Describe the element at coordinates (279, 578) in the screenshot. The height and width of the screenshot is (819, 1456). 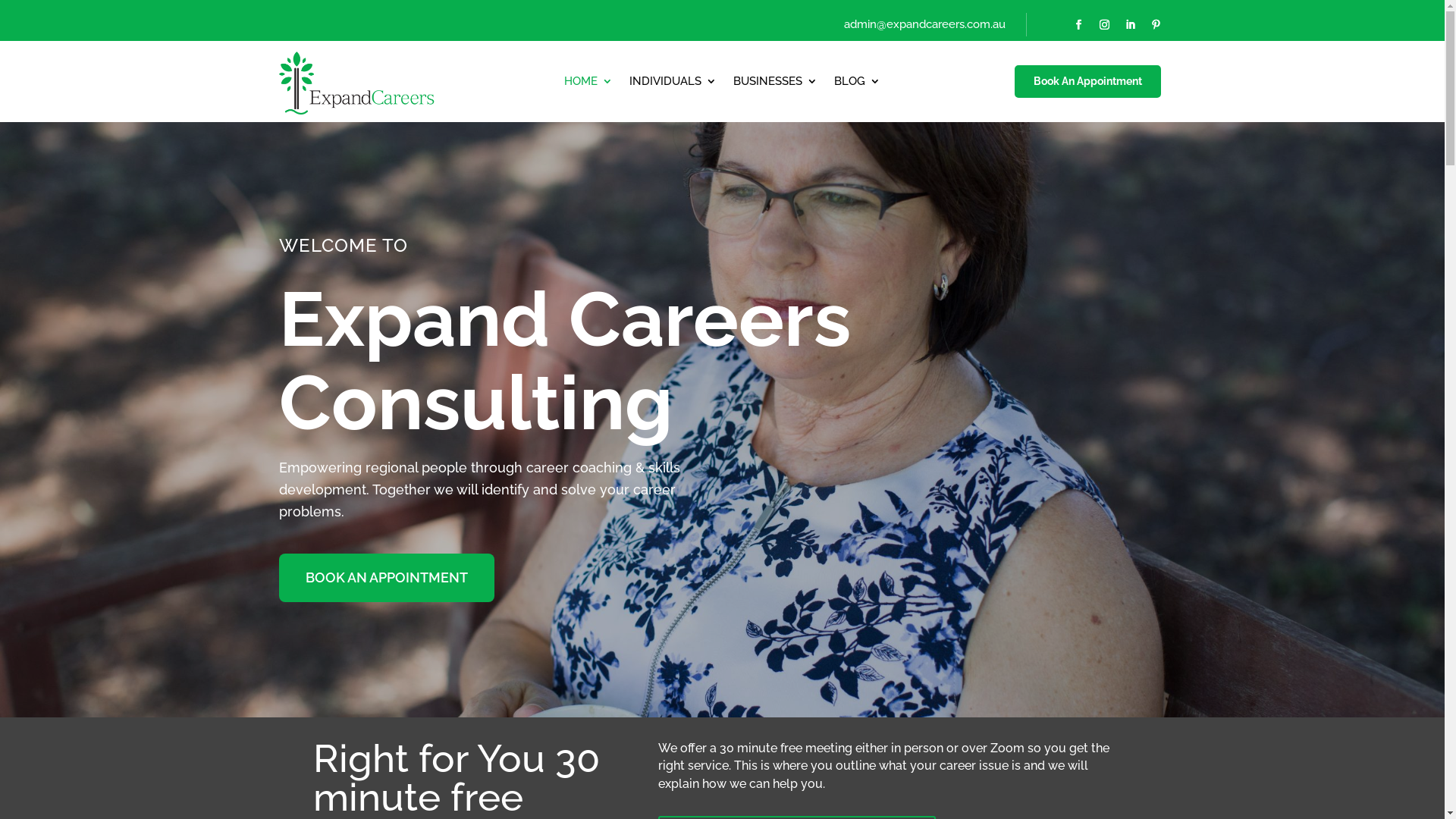
I see `'BOOK AN APPOINTMENT'` at that location.